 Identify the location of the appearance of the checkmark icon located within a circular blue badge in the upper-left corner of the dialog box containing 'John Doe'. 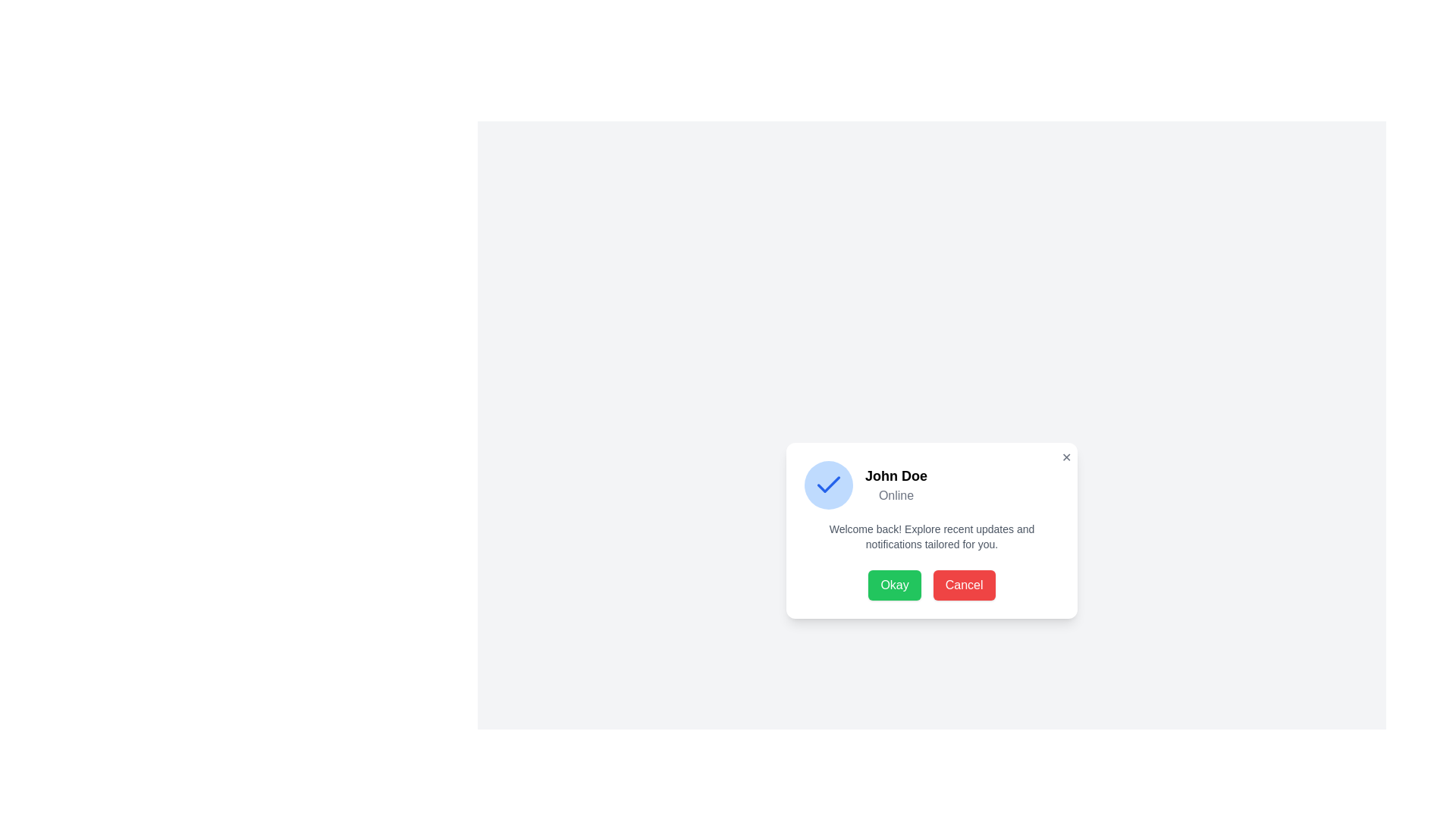
(828, 485).